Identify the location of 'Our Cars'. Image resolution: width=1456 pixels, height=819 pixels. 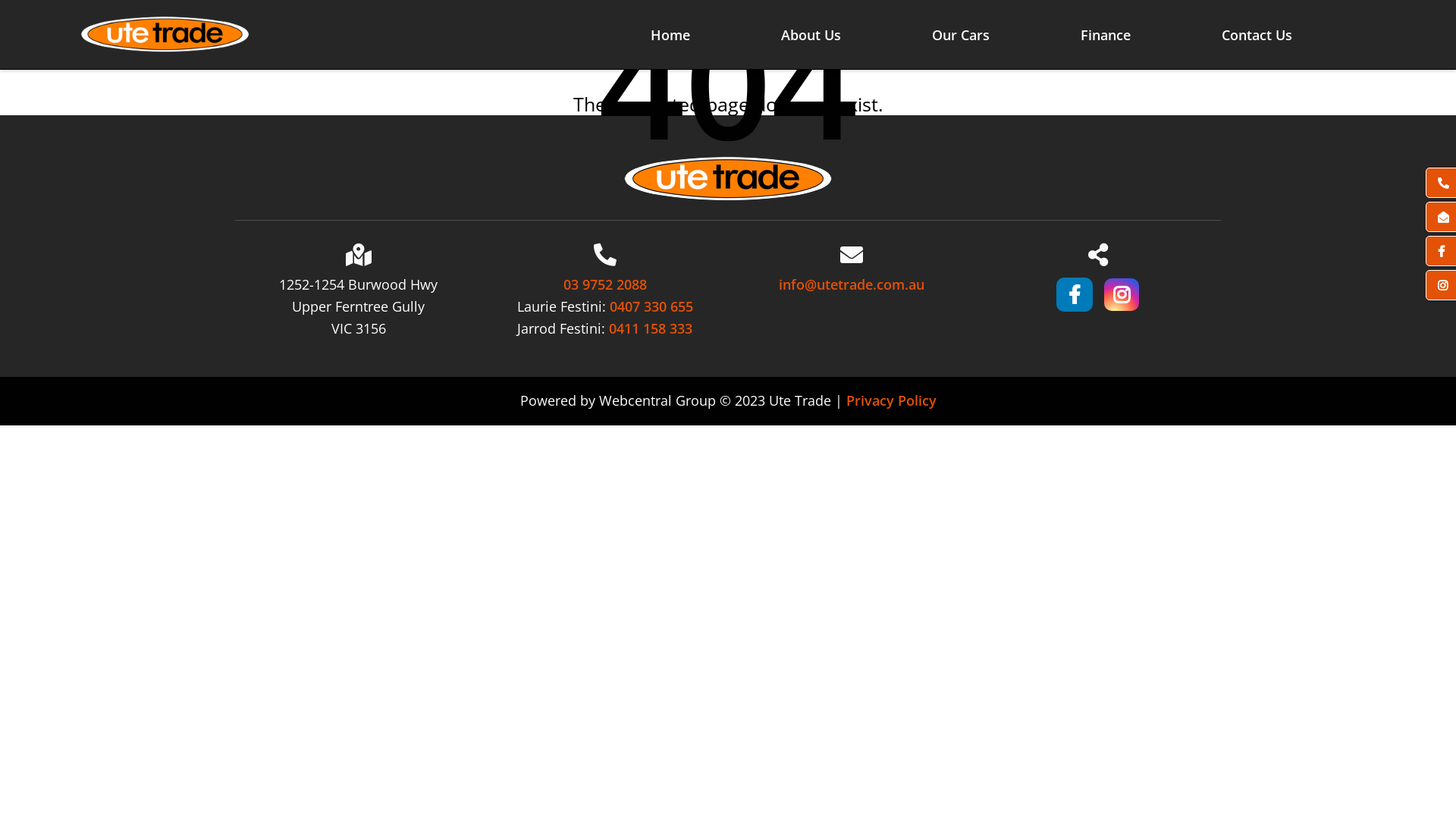
(960, 34).